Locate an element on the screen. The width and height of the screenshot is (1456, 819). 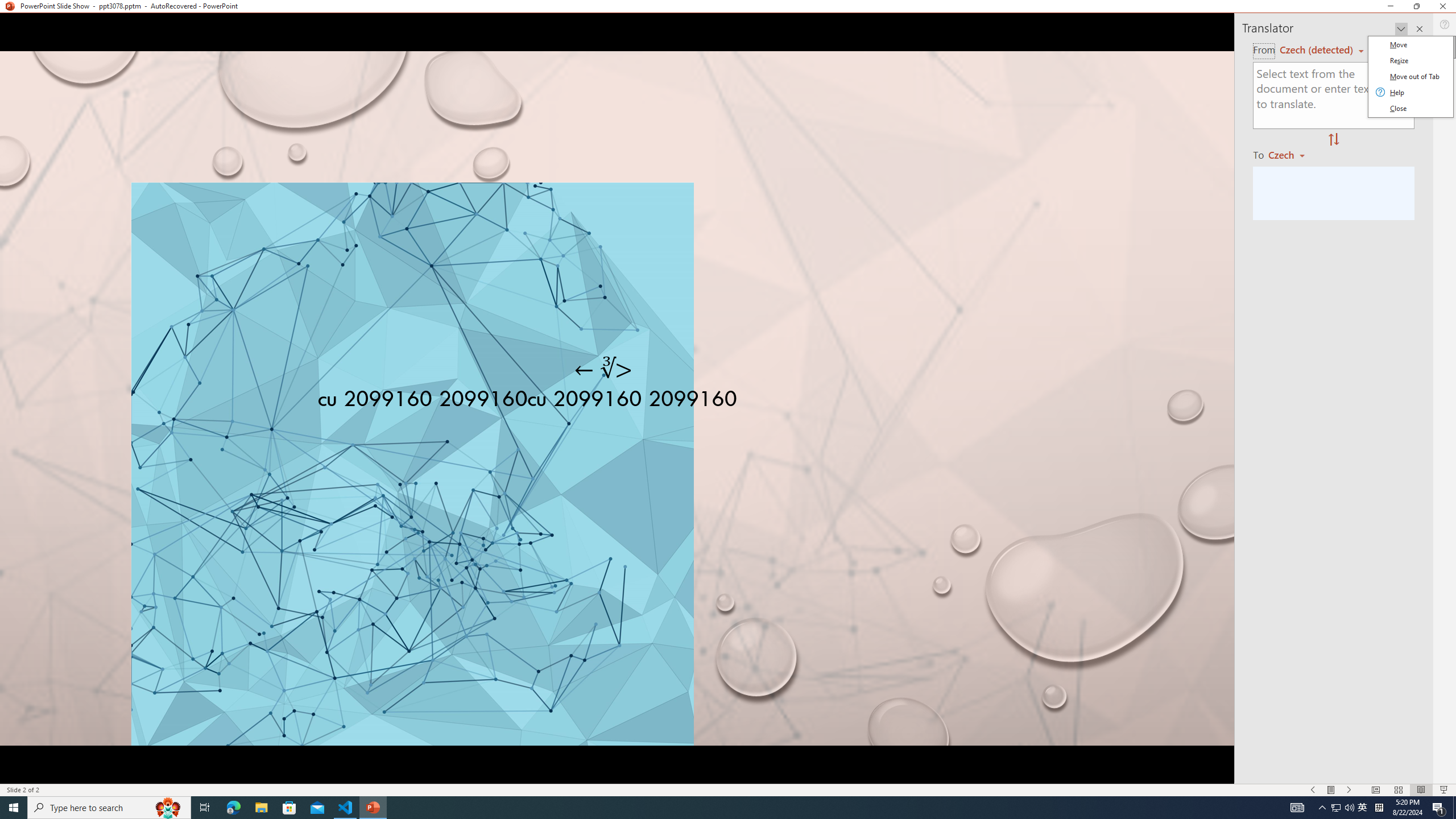
'Menu On' is located at coordinates (1331, 790).